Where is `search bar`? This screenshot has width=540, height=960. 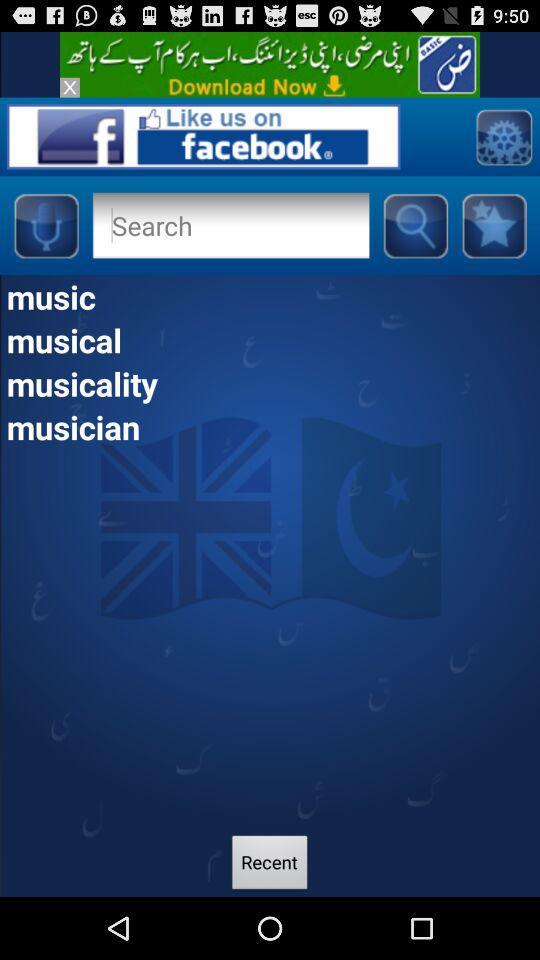
search bar is located at coordinates (229, 225).